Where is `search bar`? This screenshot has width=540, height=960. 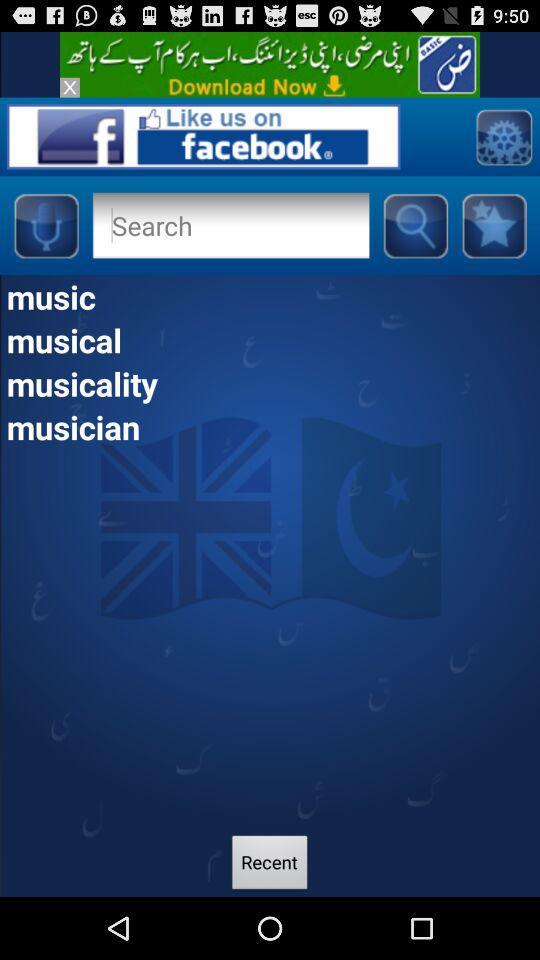
search bar is located at coordinates (229, 225).